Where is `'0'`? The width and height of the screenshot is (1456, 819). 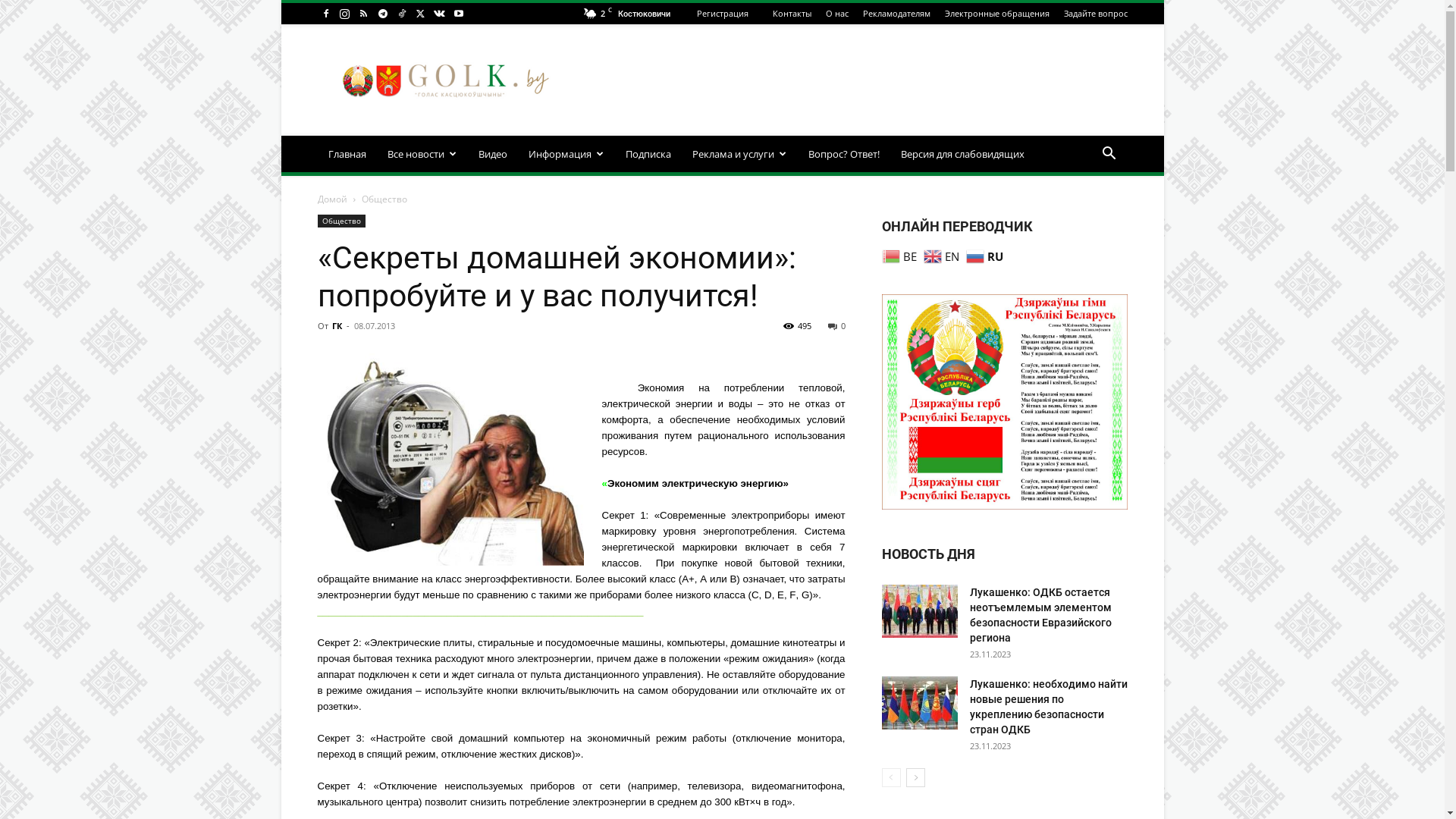
'0' is located at coordinates (836, 325).